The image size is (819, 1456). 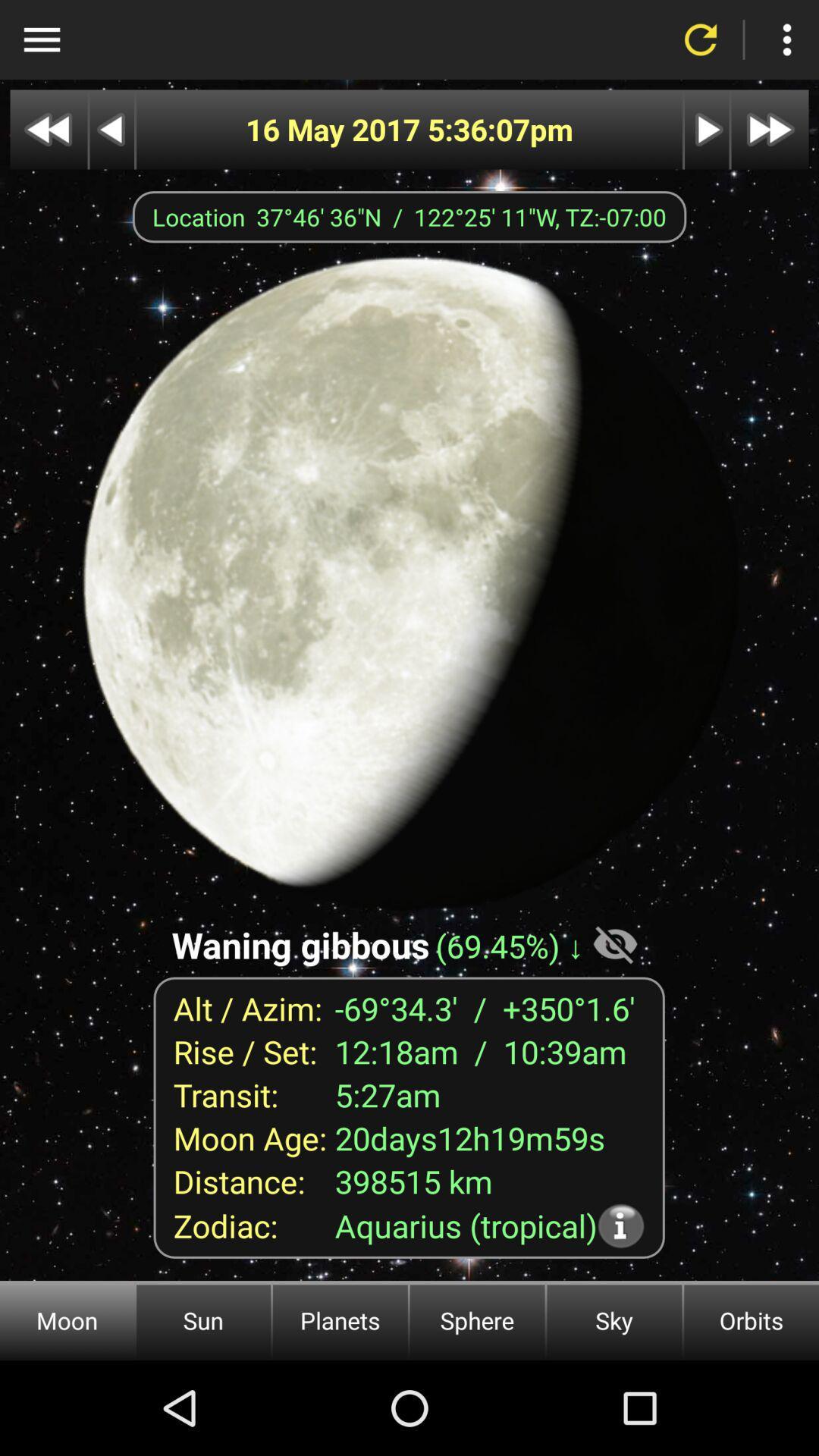 What do you see at coordinates (770, 130) in the screenshot?
I see `the av_forward icon` at bounding box center [770, 130].